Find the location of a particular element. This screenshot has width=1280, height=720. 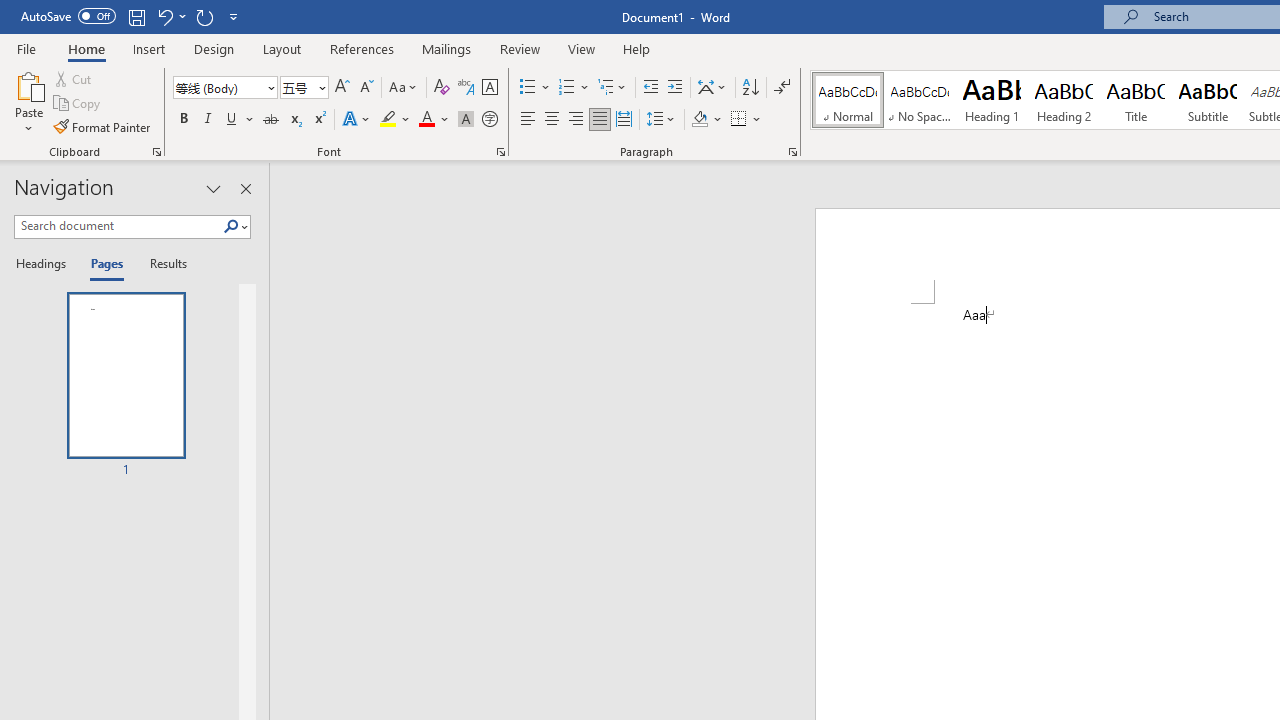

'Text Highlight Color' is located at coordinates (395, 119).